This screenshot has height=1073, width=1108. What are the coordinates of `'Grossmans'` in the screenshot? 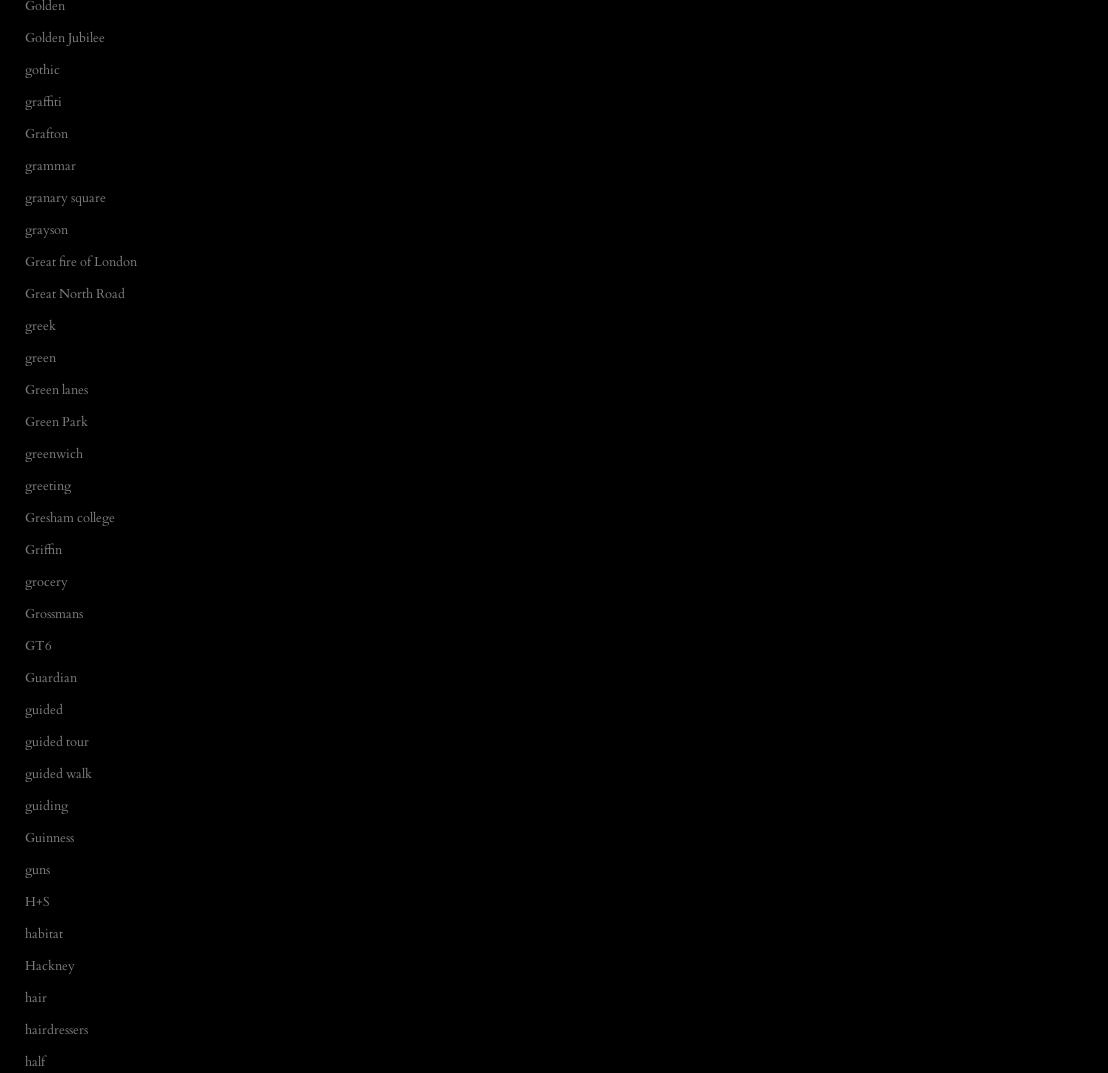 It's located at (25, 612).